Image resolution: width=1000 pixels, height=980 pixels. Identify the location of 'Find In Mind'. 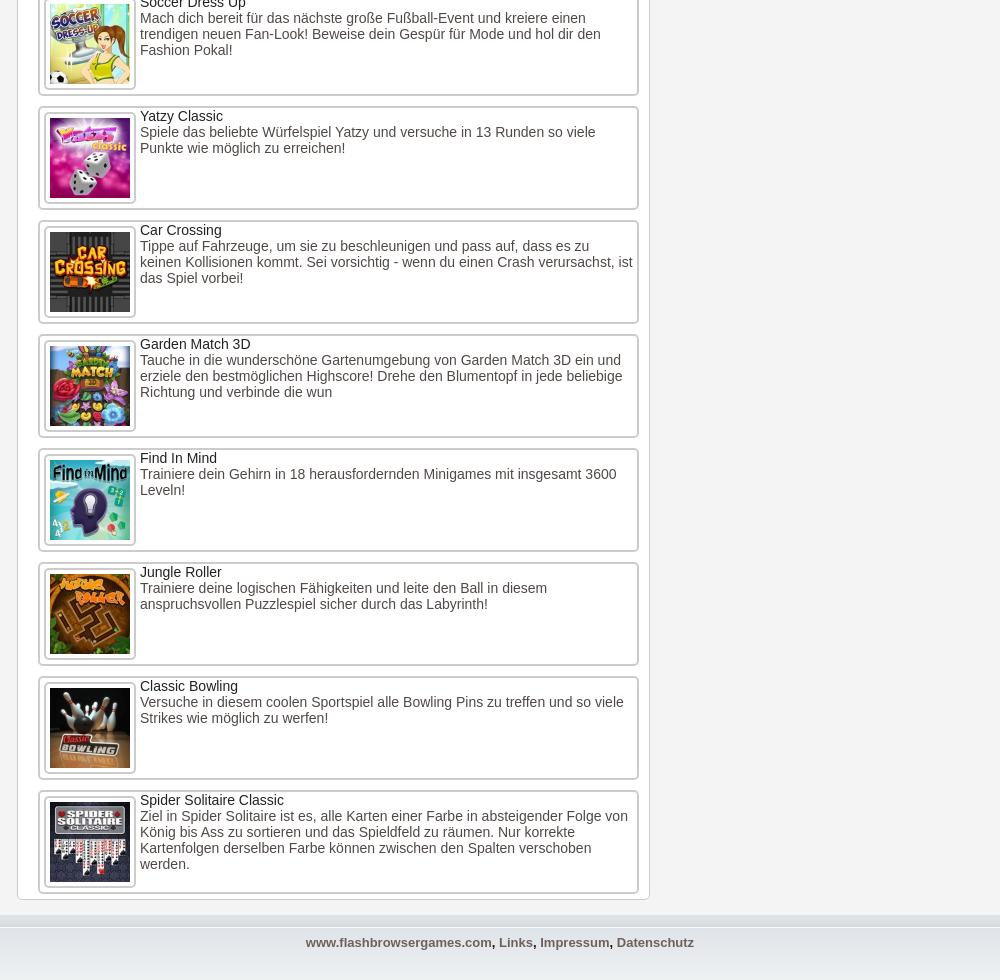
(178, 457).